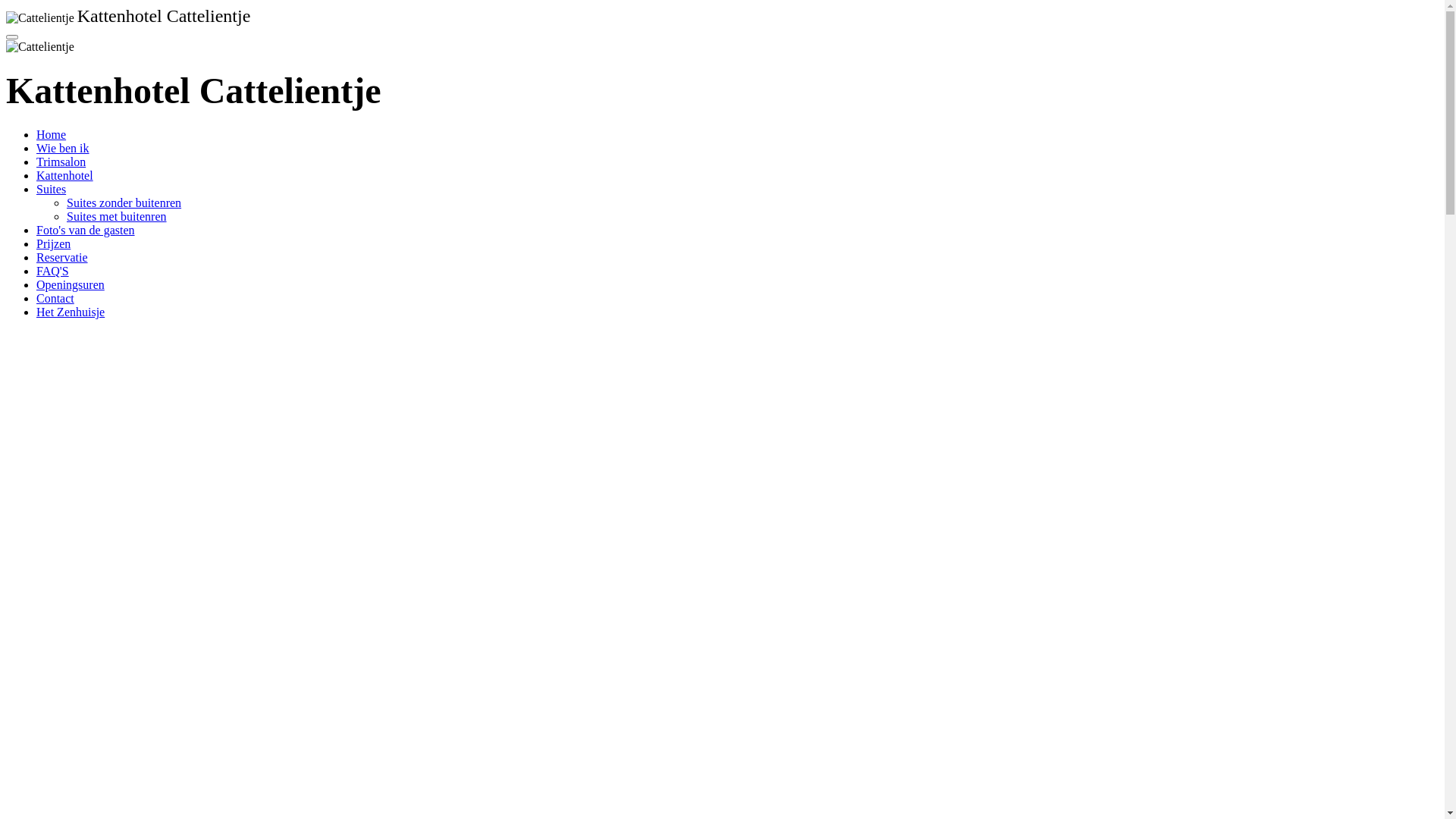 The width and height of the screenshot is (1456, 819). What do you see at coordinates (6, 17) in the screenshot?
I see `'Cattelientje'` at bounding box center [6, 17].